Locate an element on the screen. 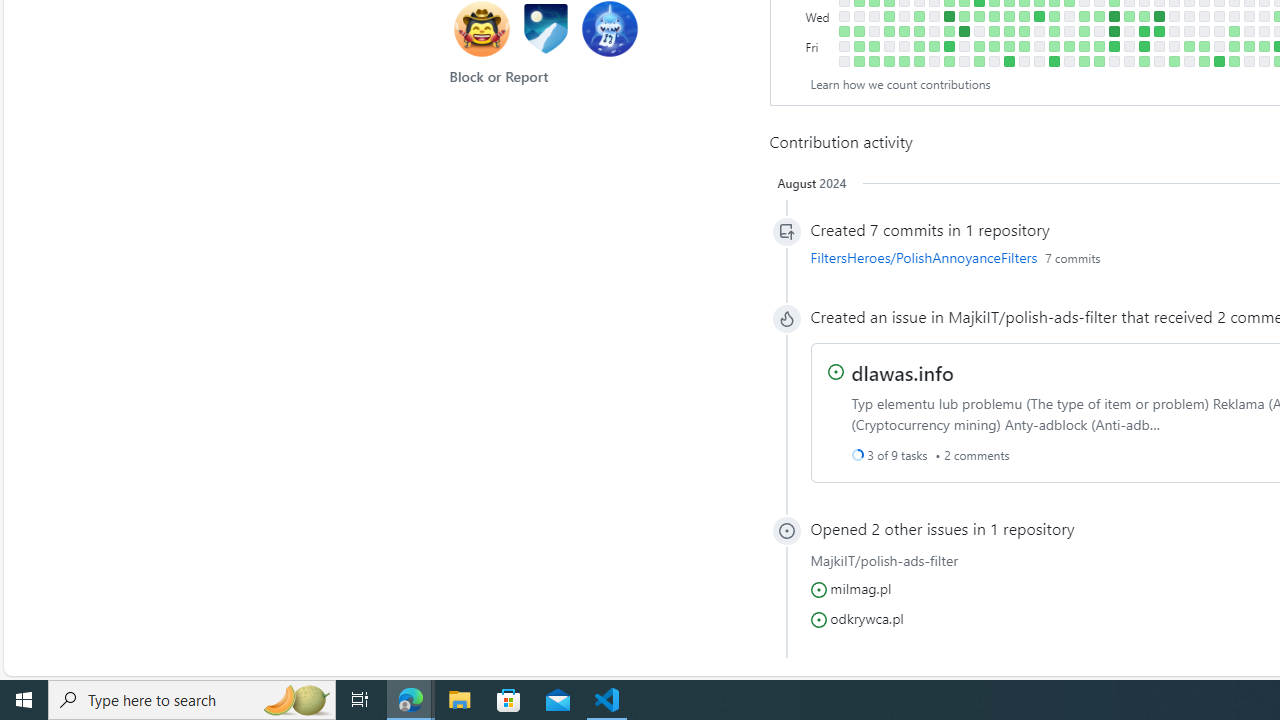 This screenshot has height=720, width=1280. '1 contribution on October 12th.' is located at coordinates (948, 31).